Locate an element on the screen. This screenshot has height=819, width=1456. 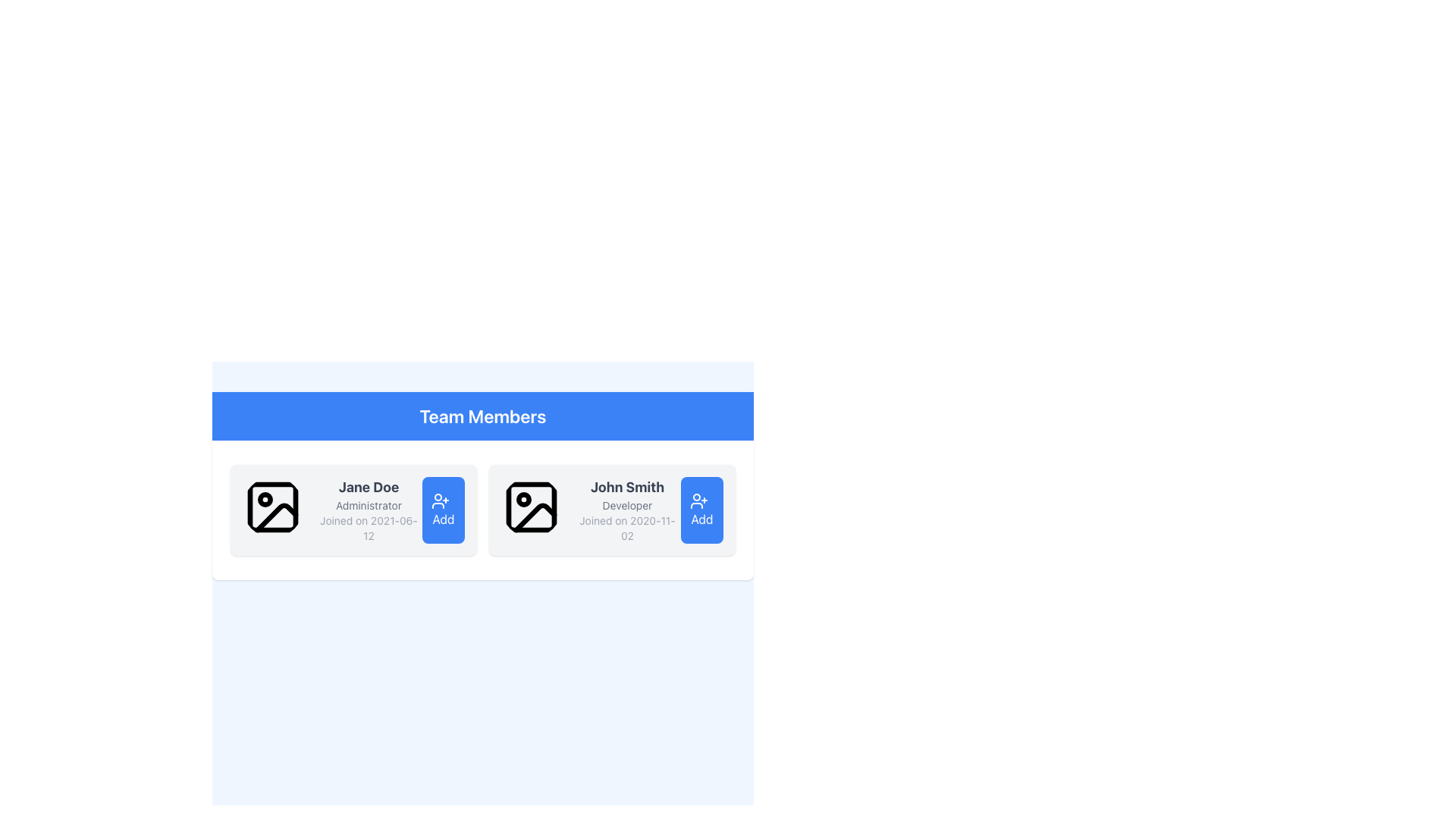
the text label displaying 'Developer' which is located beneath 'John Smith' and above 'Joined on 2020-11-02' in the user information card is located at coordinates (627, 506).